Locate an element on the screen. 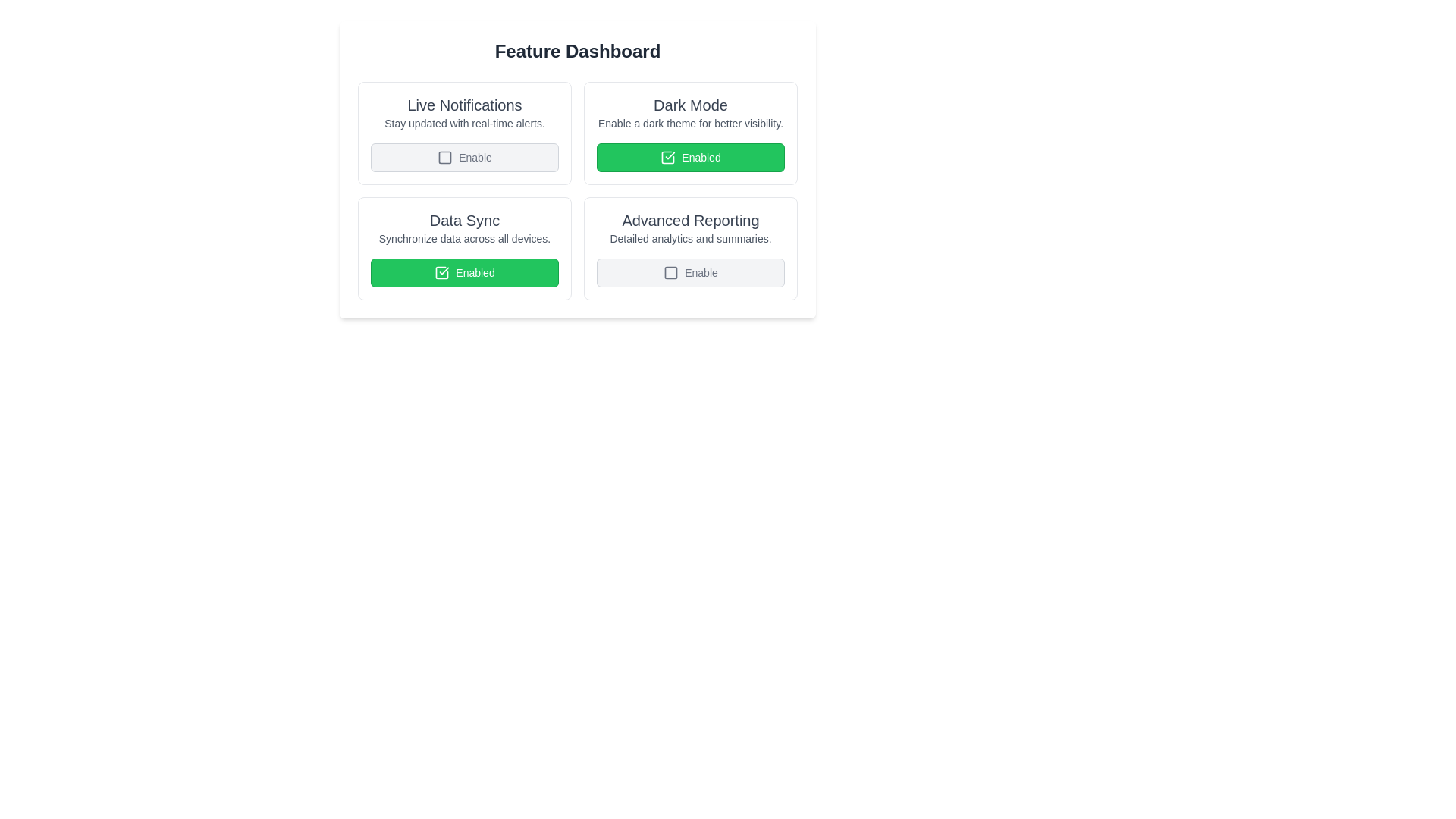 This screenshot has width=1456, height=819. the Text Label that features a heading reading 'Advanced Reporting' with a bold appearance and a smaller description saying 'Detailed analytics and summaries', located in the bottom-right section of the interface under the Feature Dashboard heading is located at coordinates (690, 227).